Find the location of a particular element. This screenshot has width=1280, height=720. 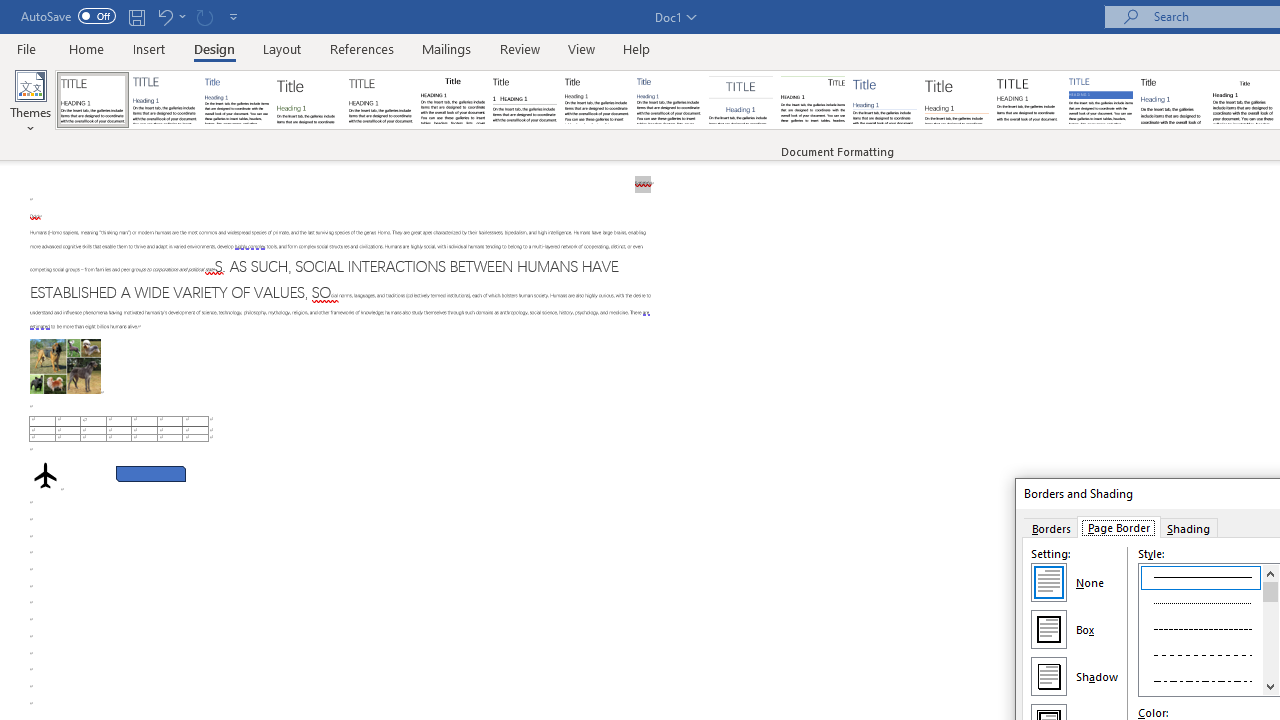

'Basic (Elegant)' is located at coordinates (165, 100).